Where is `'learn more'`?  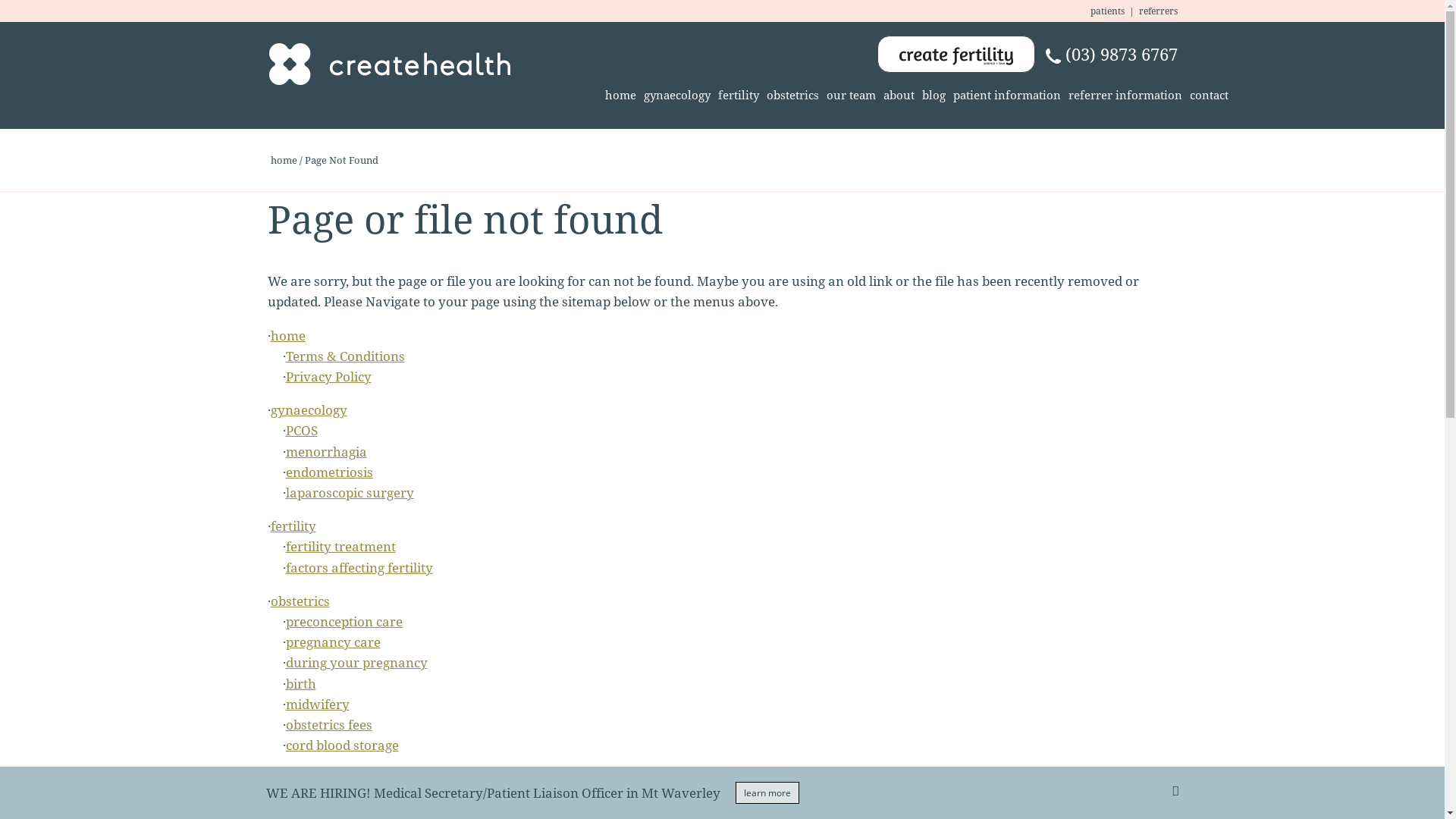 'learn more' is located at coordinates (767, 792).